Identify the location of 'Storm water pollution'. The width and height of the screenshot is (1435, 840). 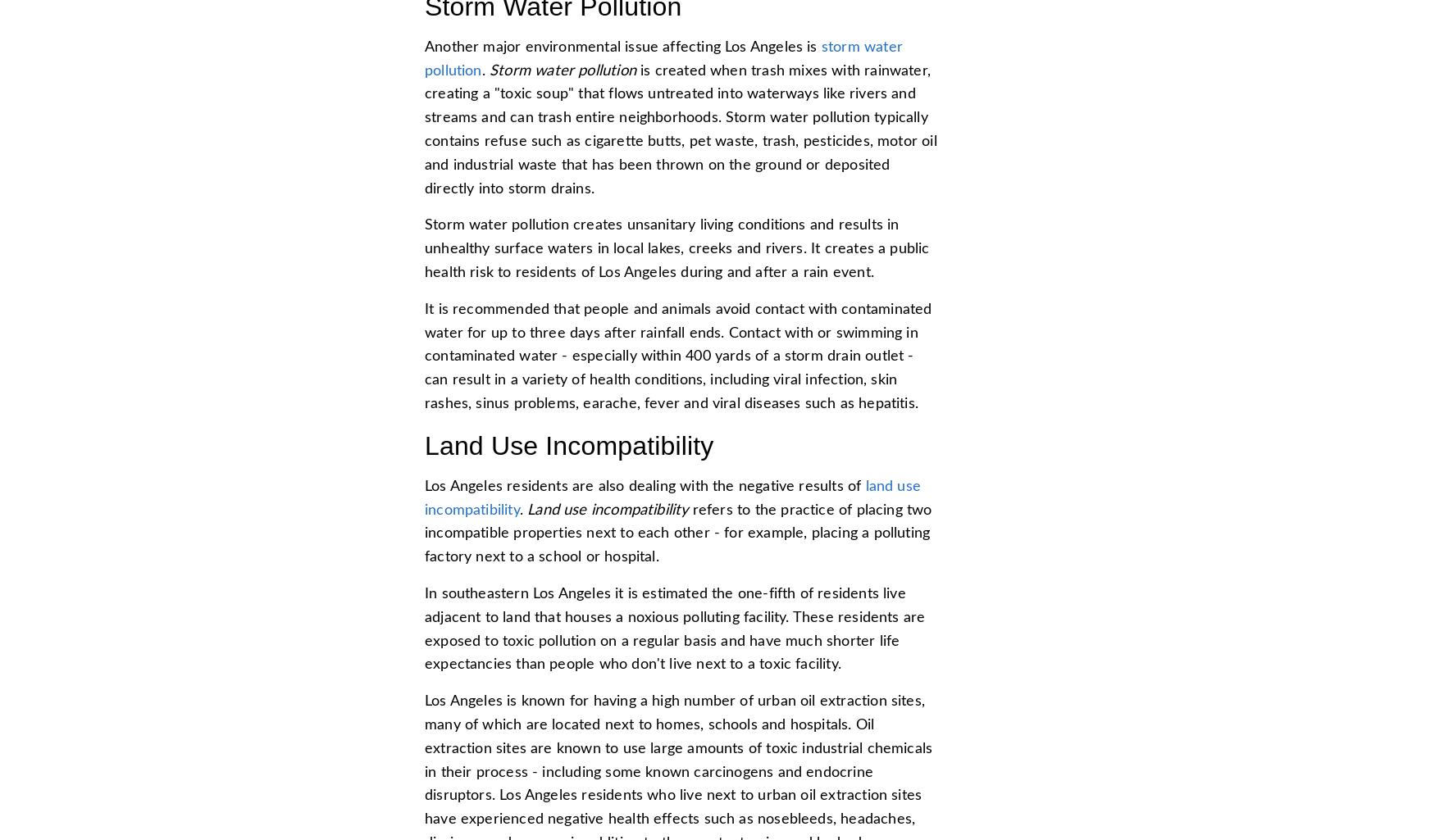
(562, 69).